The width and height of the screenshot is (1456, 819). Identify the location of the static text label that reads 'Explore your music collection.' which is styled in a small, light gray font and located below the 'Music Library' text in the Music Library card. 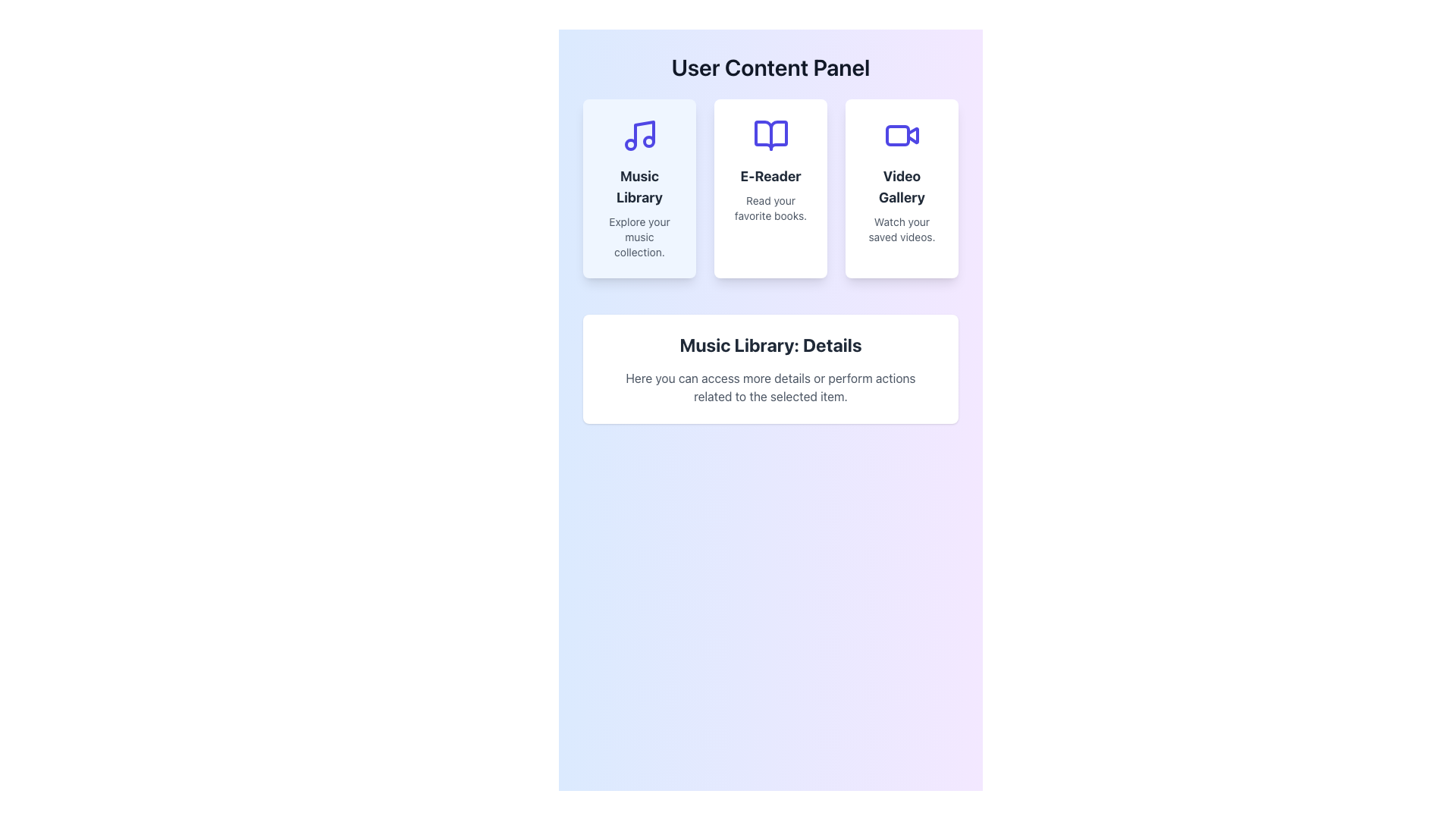
(639, 237).